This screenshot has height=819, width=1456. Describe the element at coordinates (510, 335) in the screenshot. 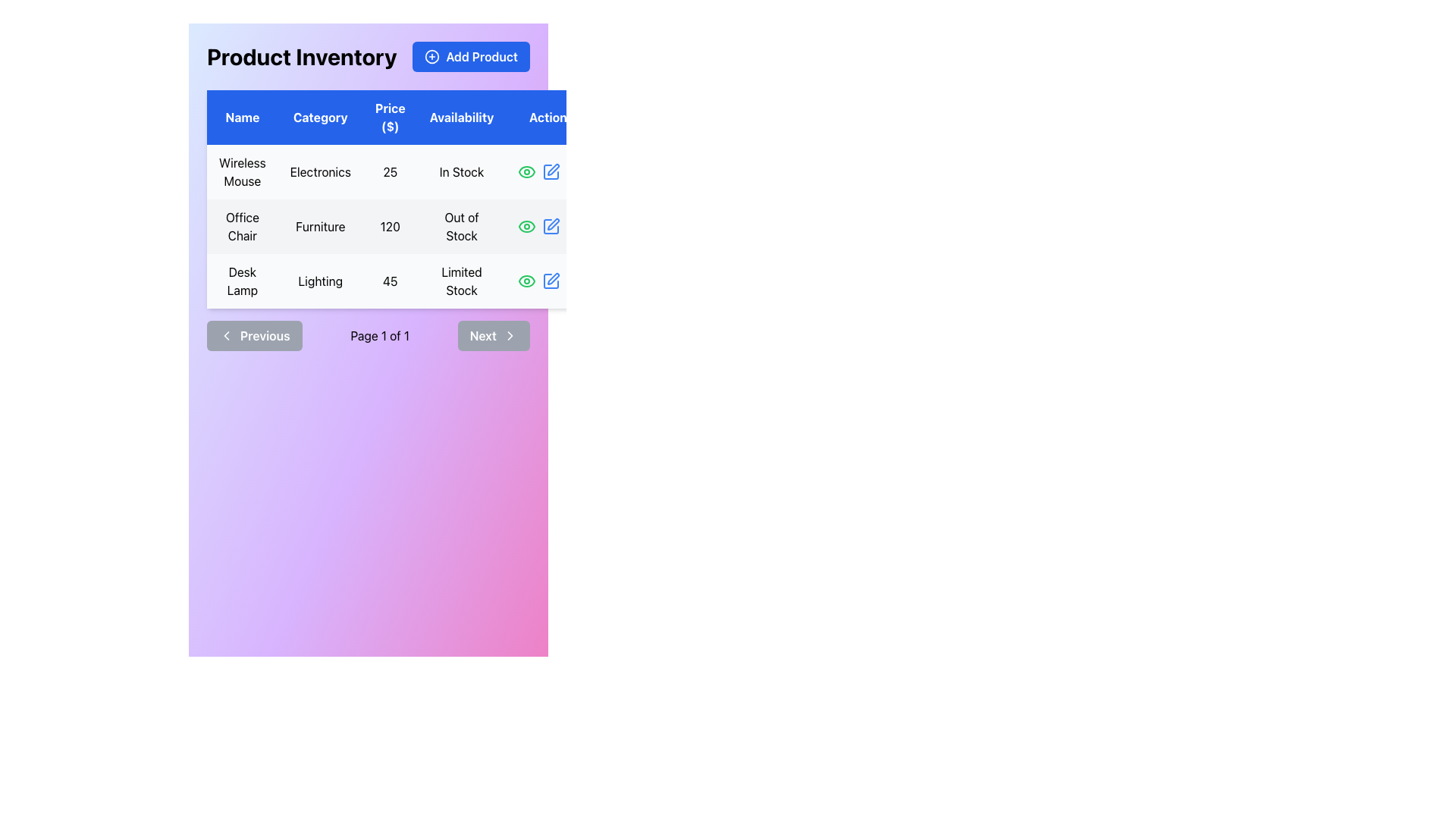

I see `the Chevron-Right icon located within the 'Next' button in the pagination control section at the bottom right of the interface` at that location.